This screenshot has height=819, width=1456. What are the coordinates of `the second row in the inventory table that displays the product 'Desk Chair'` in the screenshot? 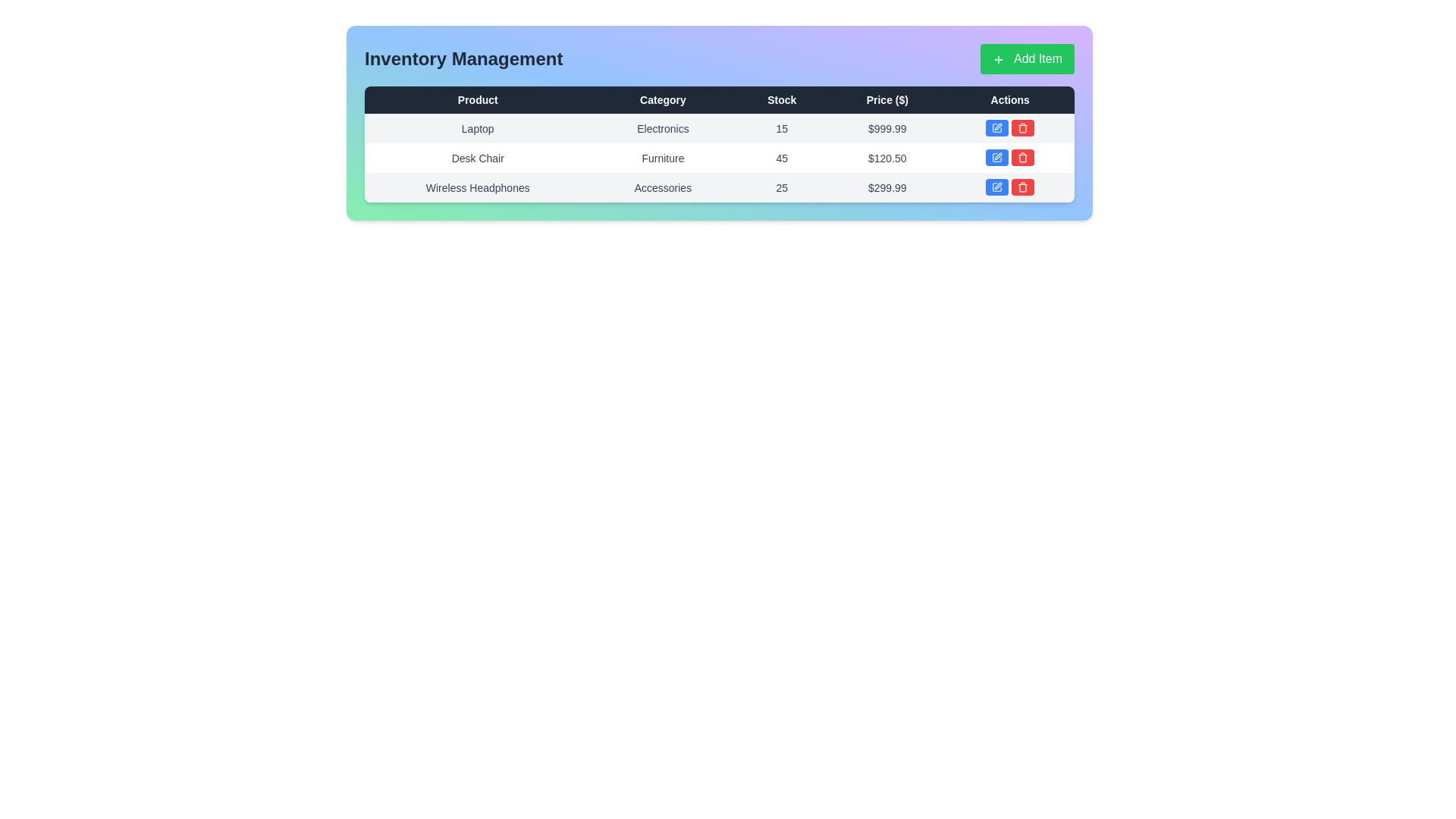 It's located at (719, 158).